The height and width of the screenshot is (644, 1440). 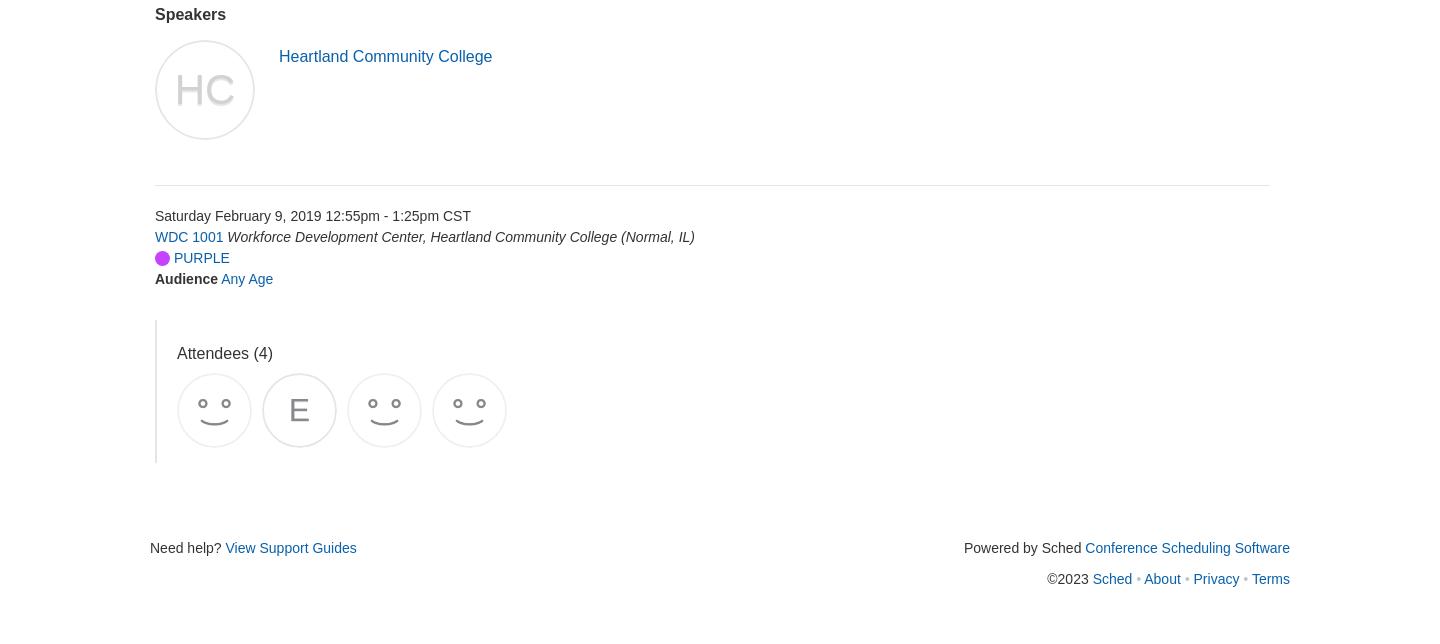 I want to click on 'Sched', so click(x=1110, y=577).